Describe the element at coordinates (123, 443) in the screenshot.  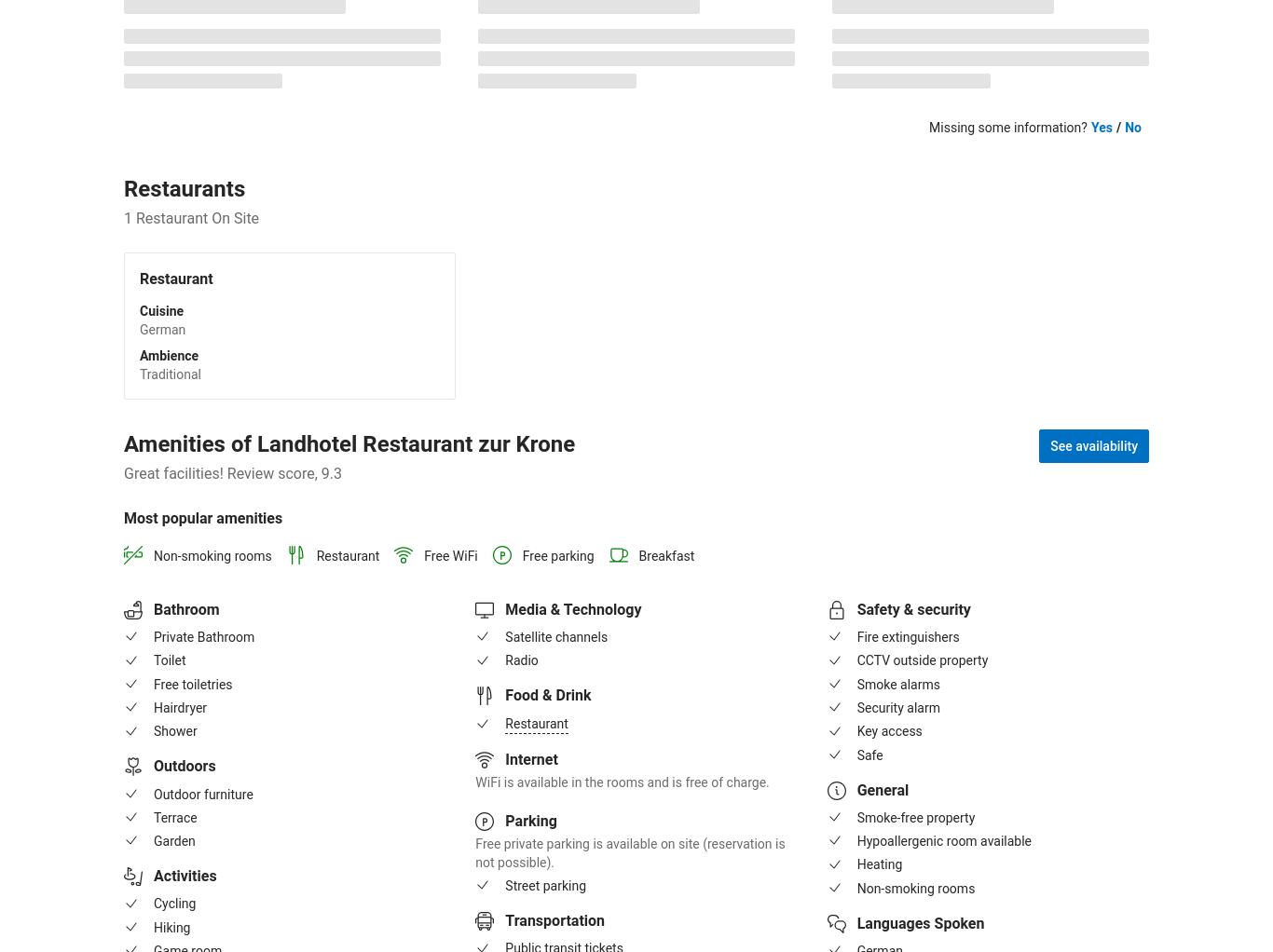
I see `'Amenities of Landhotel Restaurant zur Krone'` at that location.